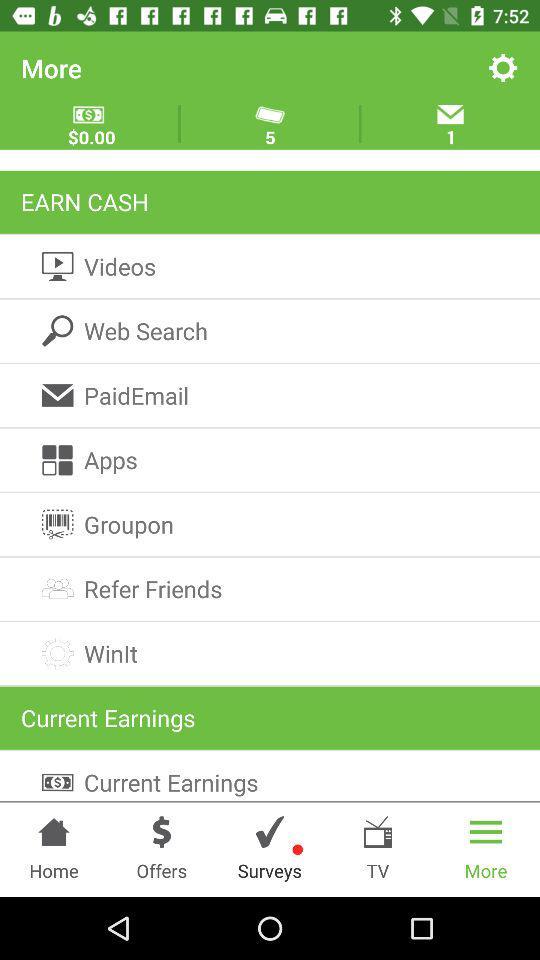  Describe the element at coordinates (270, 202) in the screenshot. I see `the earn cash` at that location.